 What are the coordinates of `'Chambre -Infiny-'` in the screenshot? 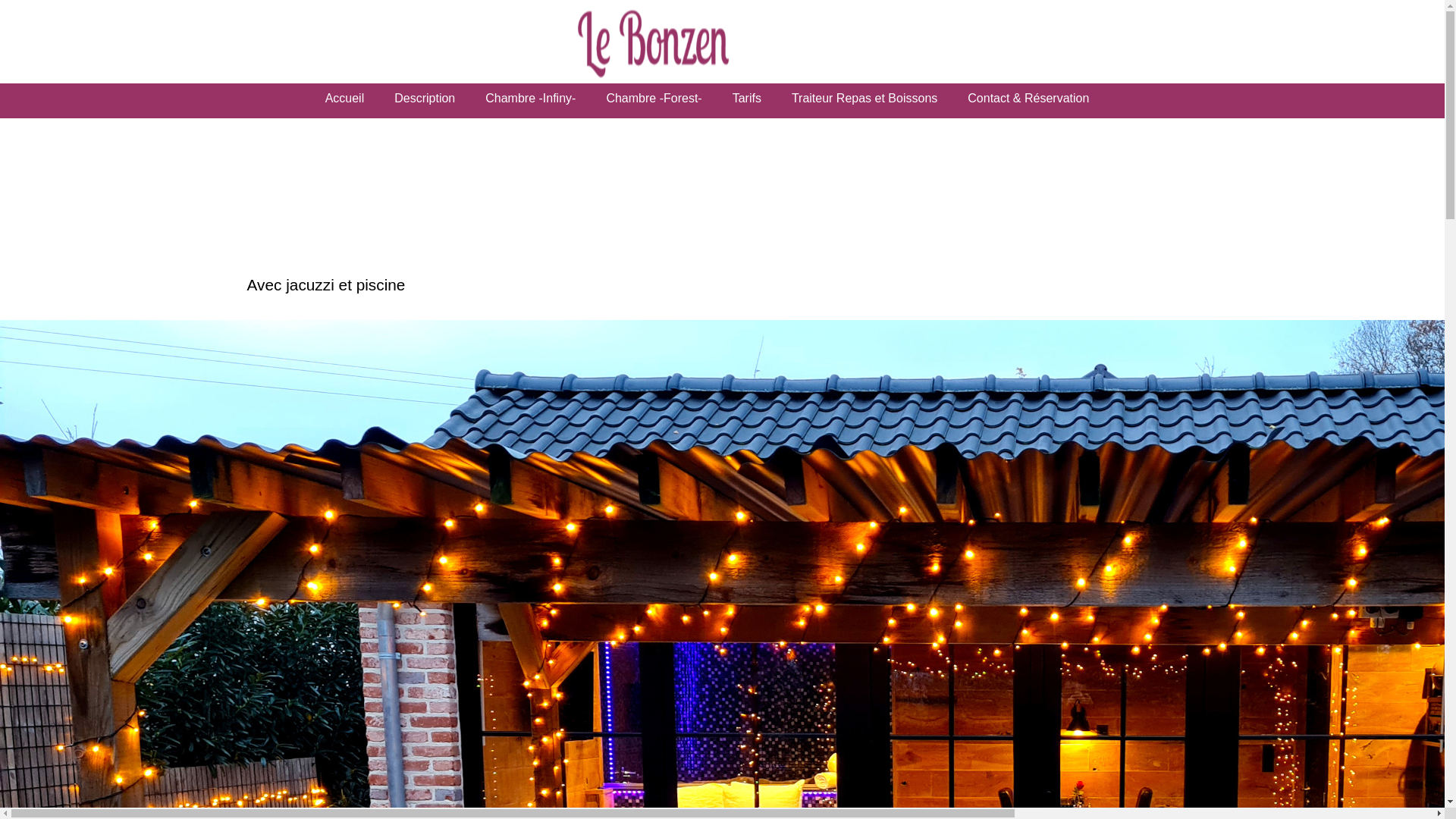 It's located at (530, 99).